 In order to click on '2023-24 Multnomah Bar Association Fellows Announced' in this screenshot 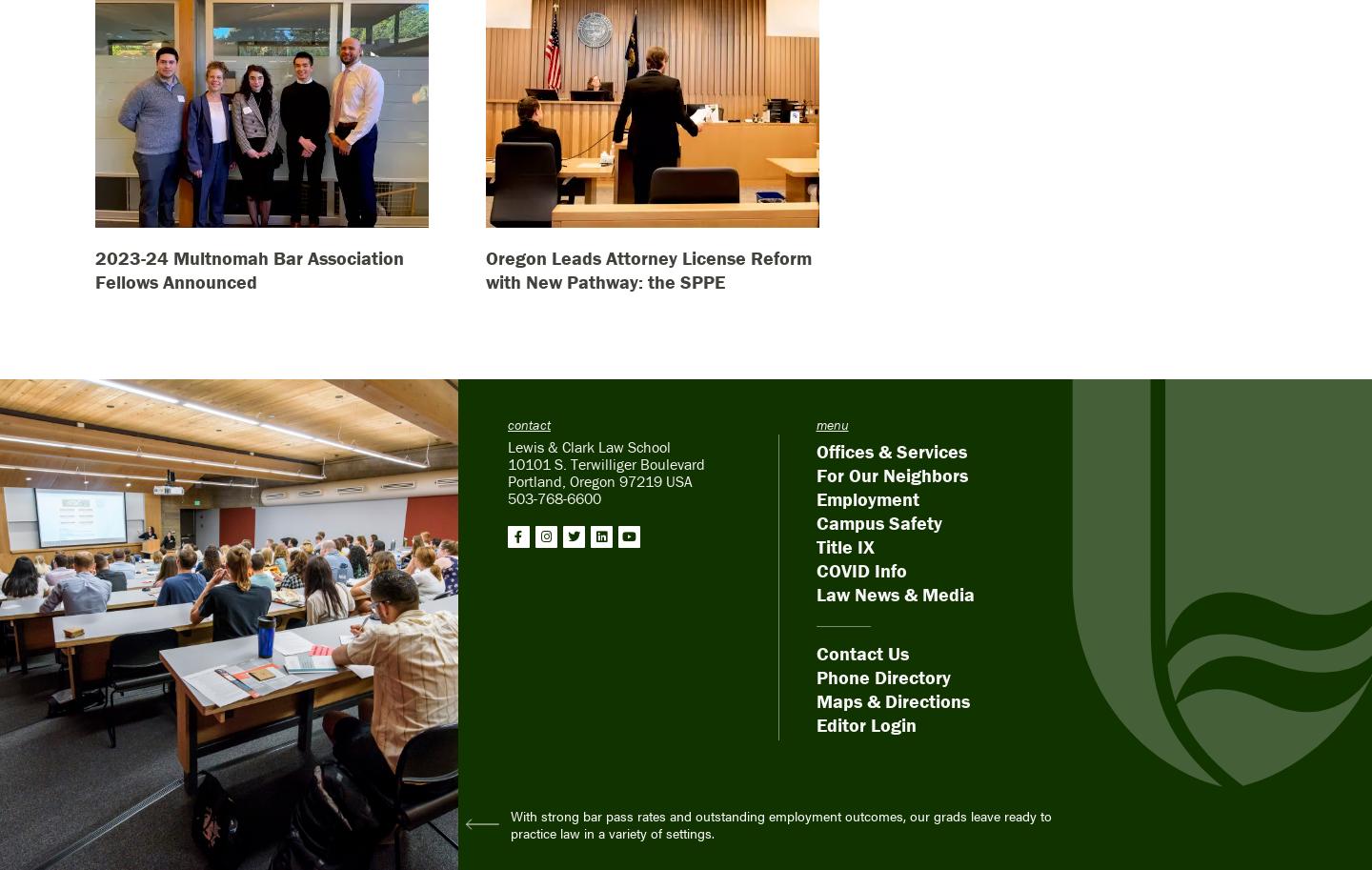, I will do `click(94, 269)`.